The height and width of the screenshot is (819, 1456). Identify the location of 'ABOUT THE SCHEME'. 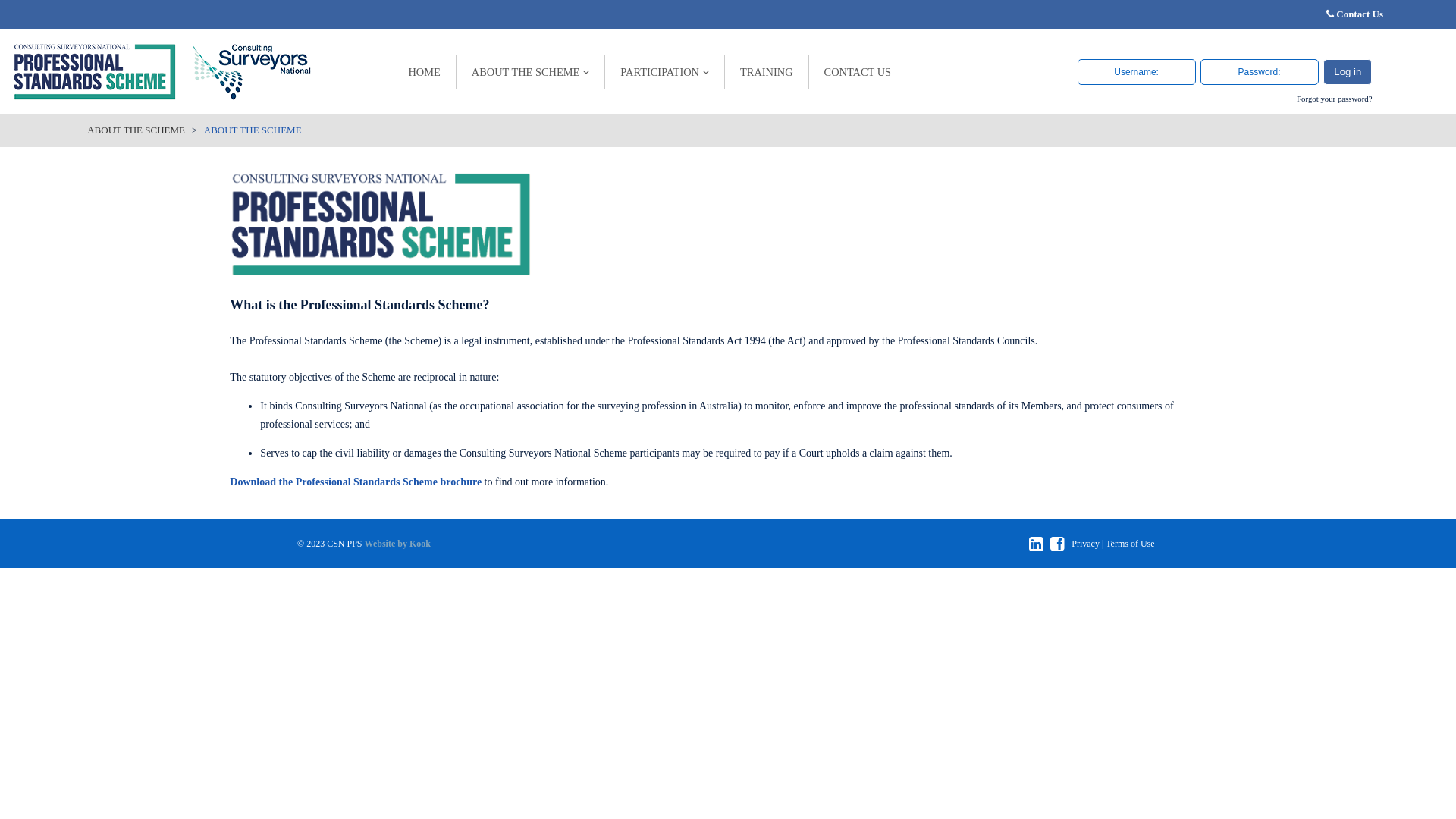
(531, 72).